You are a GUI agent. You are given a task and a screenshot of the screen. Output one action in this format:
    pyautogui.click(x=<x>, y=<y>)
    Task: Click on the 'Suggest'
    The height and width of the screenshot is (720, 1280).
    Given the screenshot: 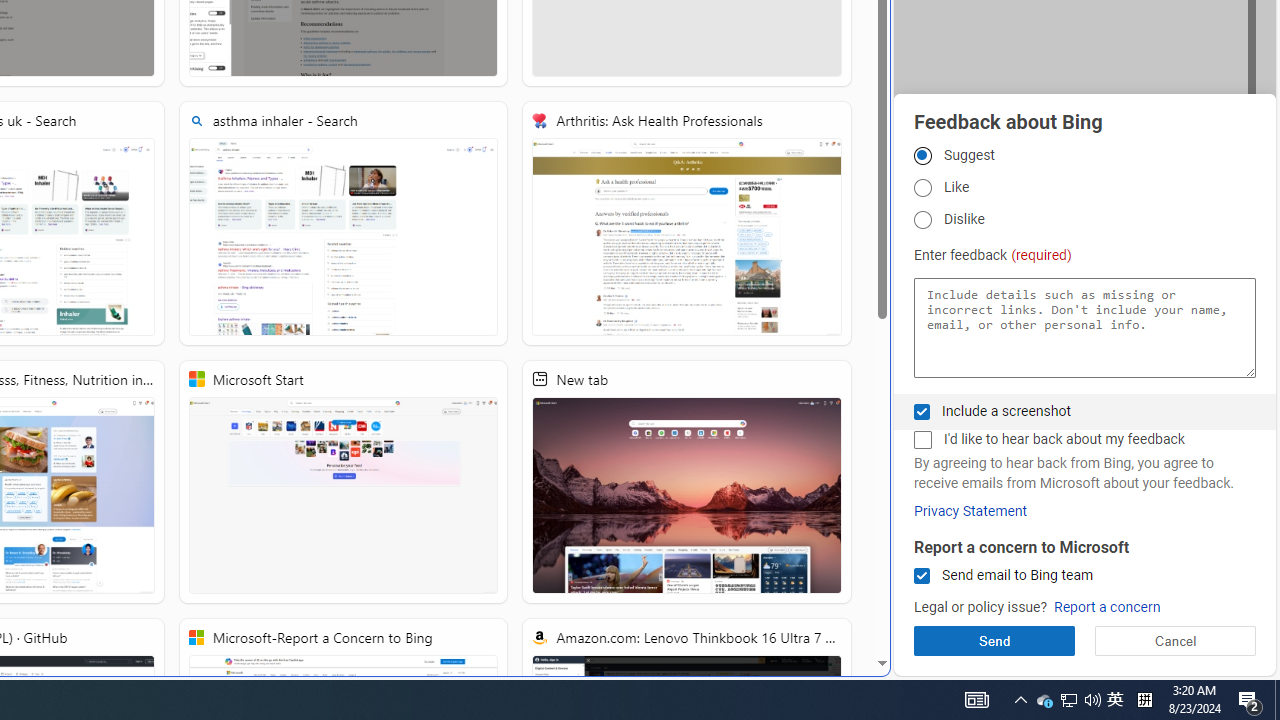 What is the action you would take?
    pyautogui.click(x=921, y=154)
    